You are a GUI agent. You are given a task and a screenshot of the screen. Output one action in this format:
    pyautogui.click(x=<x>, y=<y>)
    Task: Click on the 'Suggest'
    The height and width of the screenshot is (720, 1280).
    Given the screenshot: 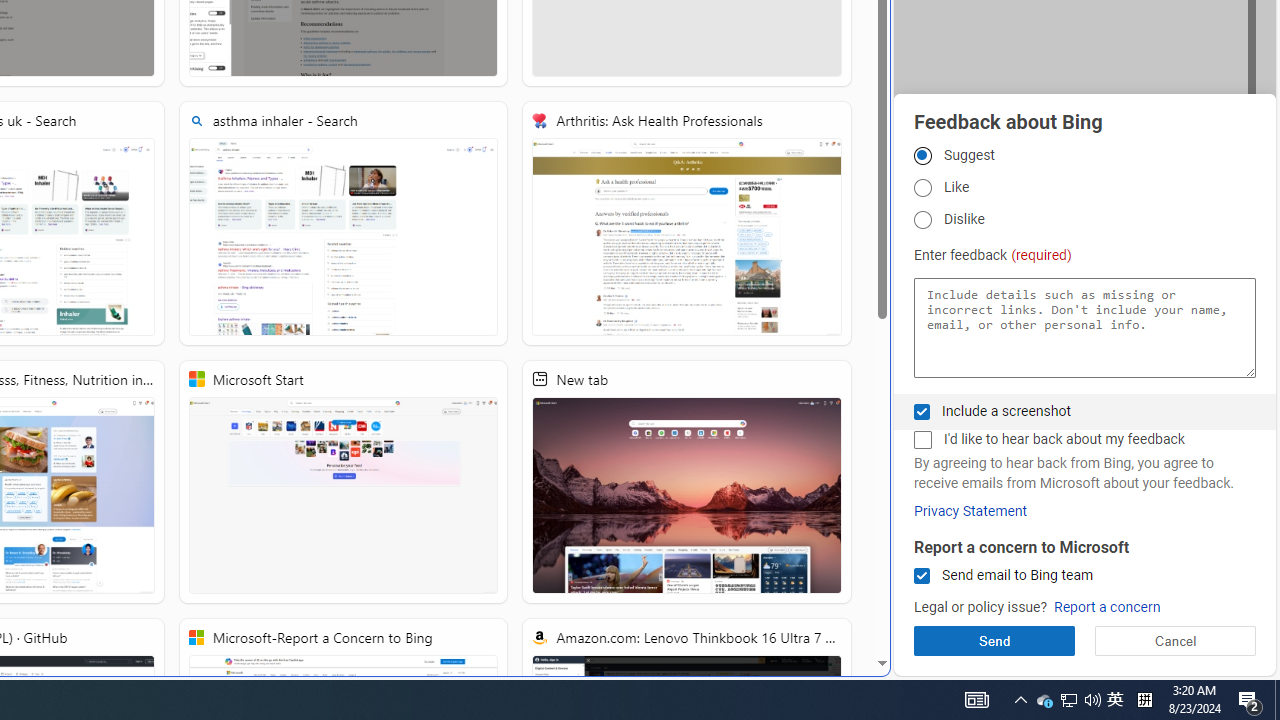 What is the action you would take?
    pyautogui.click(x=921, y=154)
    